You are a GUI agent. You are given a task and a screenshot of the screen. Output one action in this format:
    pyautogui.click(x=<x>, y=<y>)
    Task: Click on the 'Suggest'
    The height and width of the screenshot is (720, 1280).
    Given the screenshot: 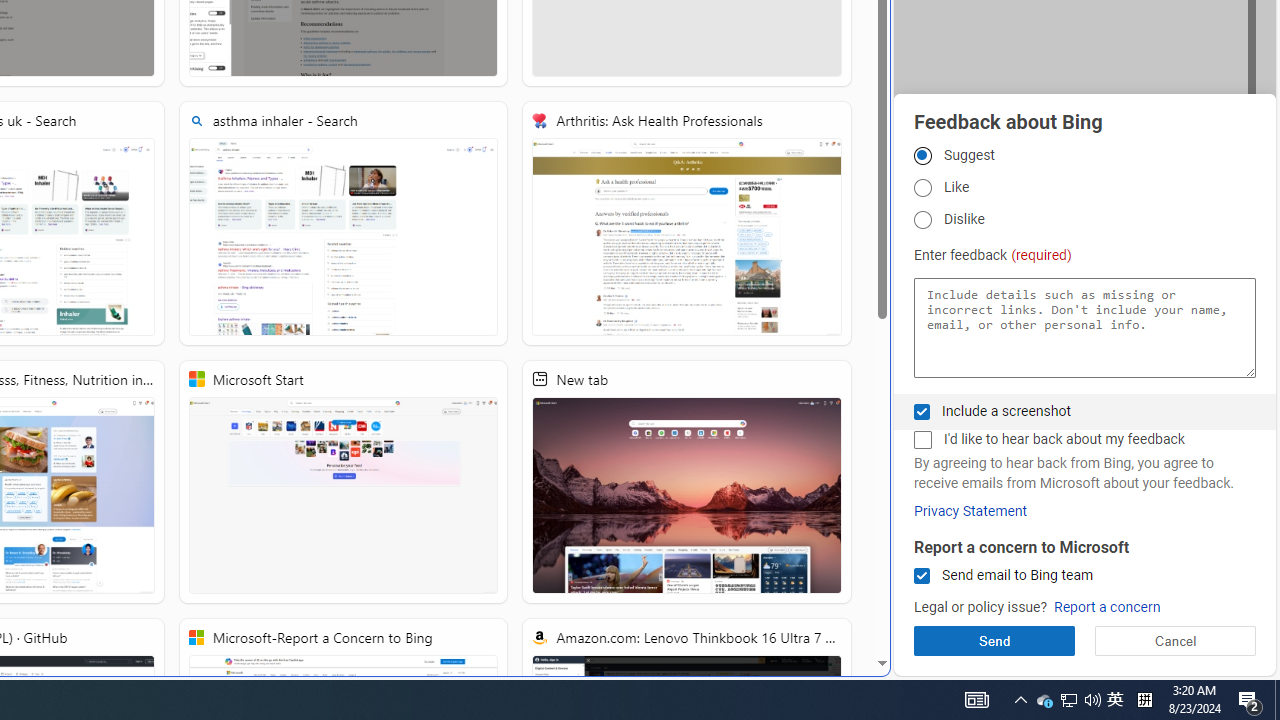 What is the action you would take?
    pyautogui.click(x=921, y=154)
    